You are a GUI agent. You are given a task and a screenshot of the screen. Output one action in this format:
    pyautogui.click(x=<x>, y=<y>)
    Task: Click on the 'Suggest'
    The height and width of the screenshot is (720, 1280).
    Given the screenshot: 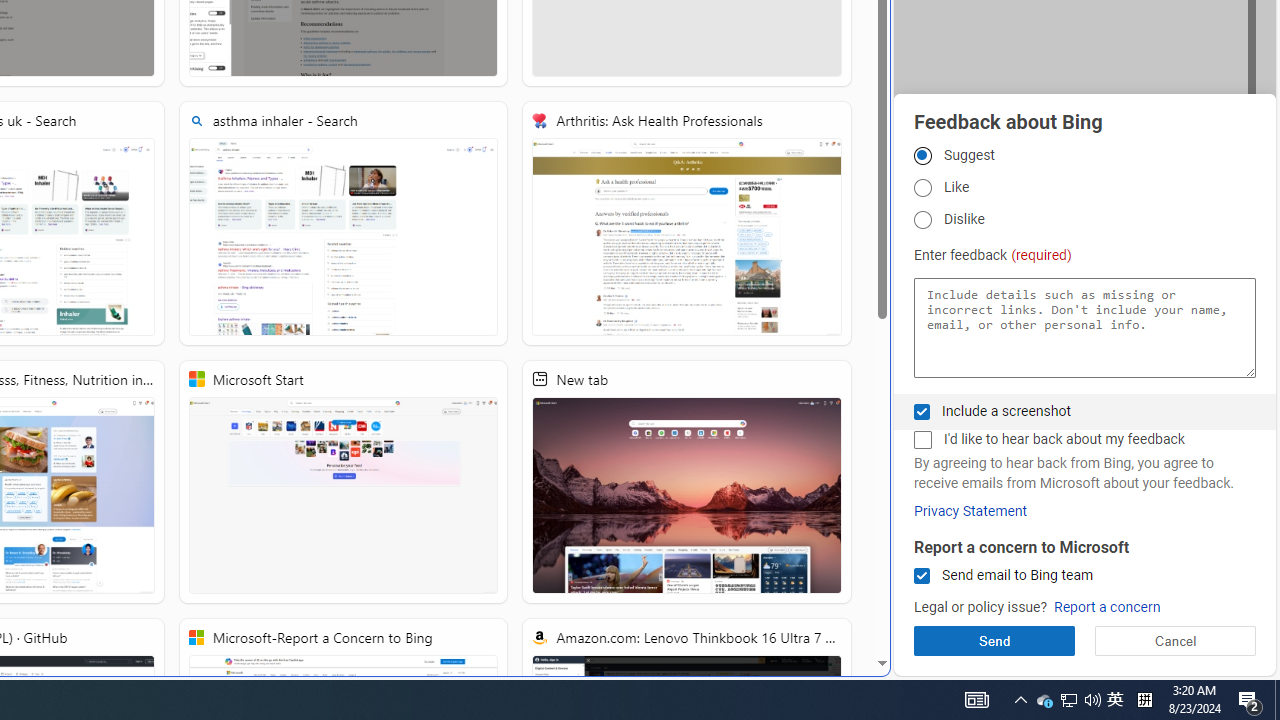 What is the action you would take?
    pyautogui.click(x=921, y=154)
    